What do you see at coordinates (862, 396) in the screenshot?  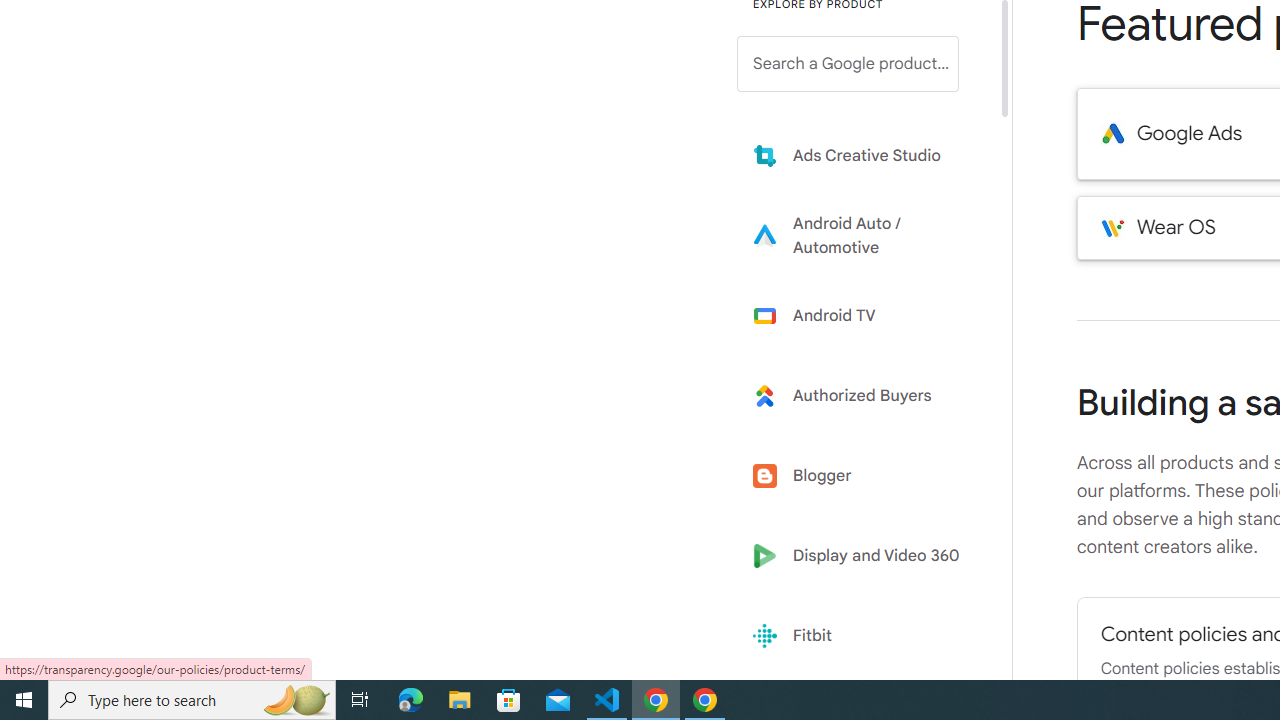 I see `'Learn more about Authorized Buyers'` at bounding box center [862, 396].